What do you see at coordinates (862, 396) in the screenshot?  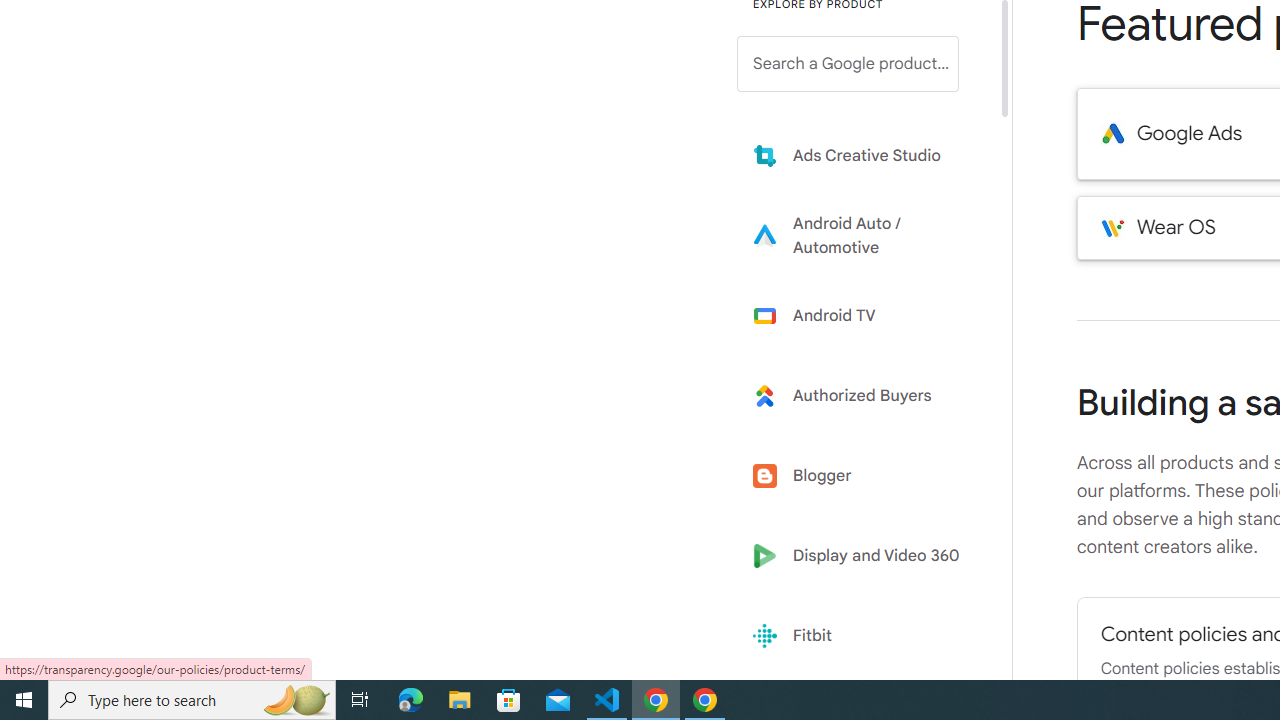 I see `'Learn more about Authorized Buyers'` at bounding box center [862, 396].